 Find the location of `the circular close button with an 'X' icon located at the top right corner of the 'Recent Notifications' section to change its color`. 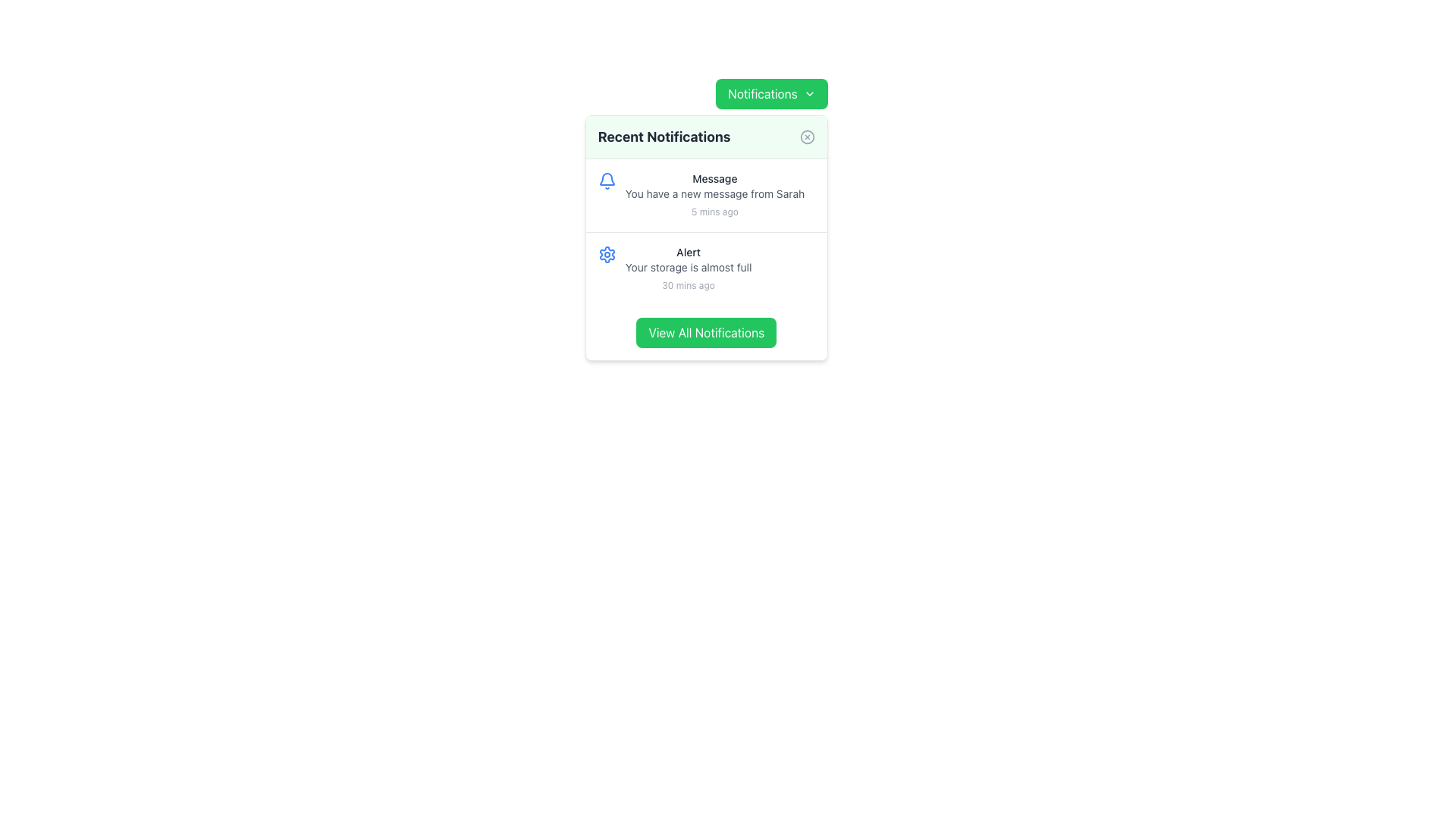

the circular close button with an 'X' icon located at the top right corner of the 'Recent Notifications' section to change its color is located at coordinates (806, 137).